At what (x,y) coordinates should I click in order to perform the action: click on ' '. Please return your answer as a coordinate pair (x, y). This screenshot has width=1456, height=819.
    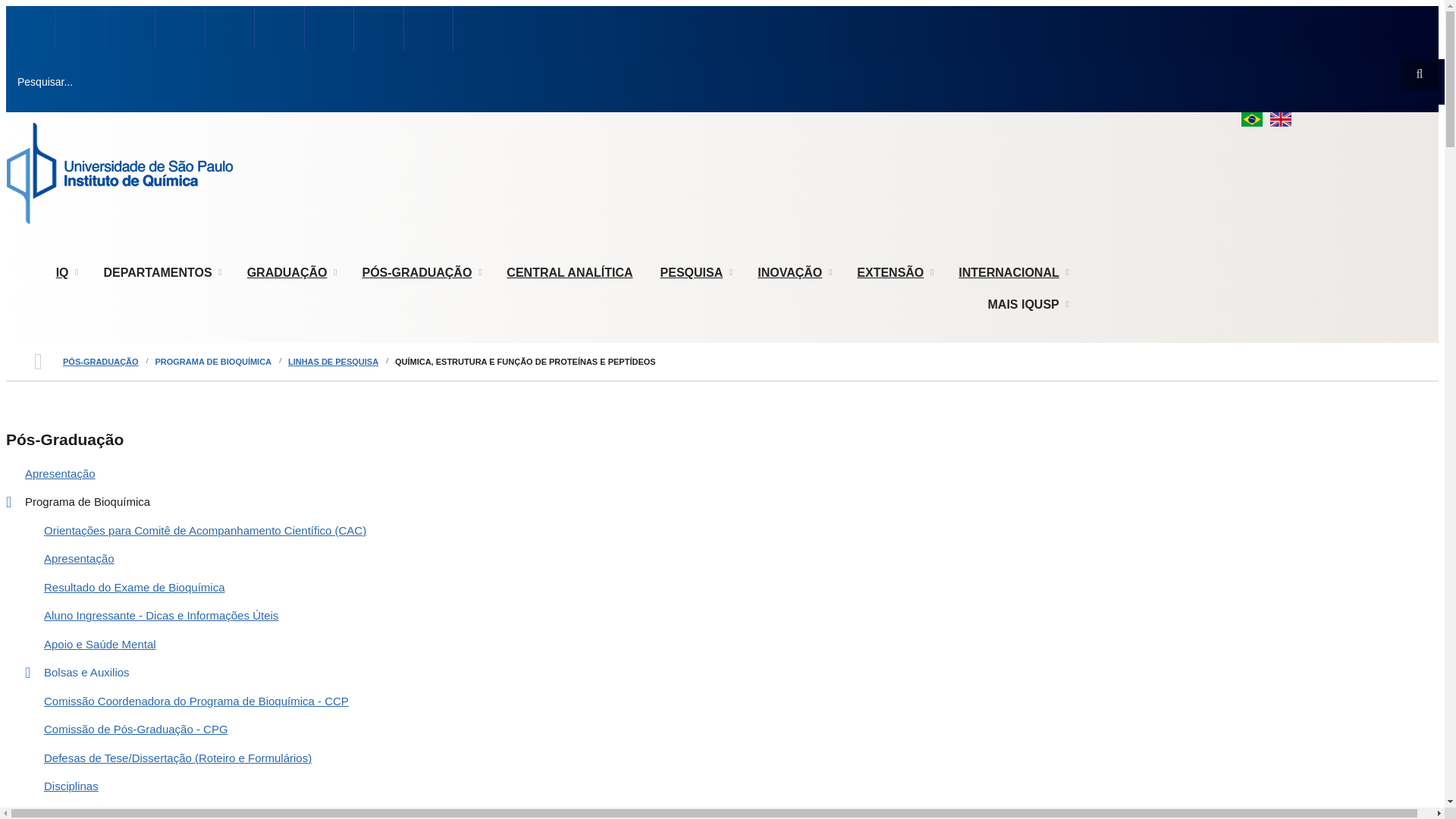
    Looking at the image, I should click on (79, 29).